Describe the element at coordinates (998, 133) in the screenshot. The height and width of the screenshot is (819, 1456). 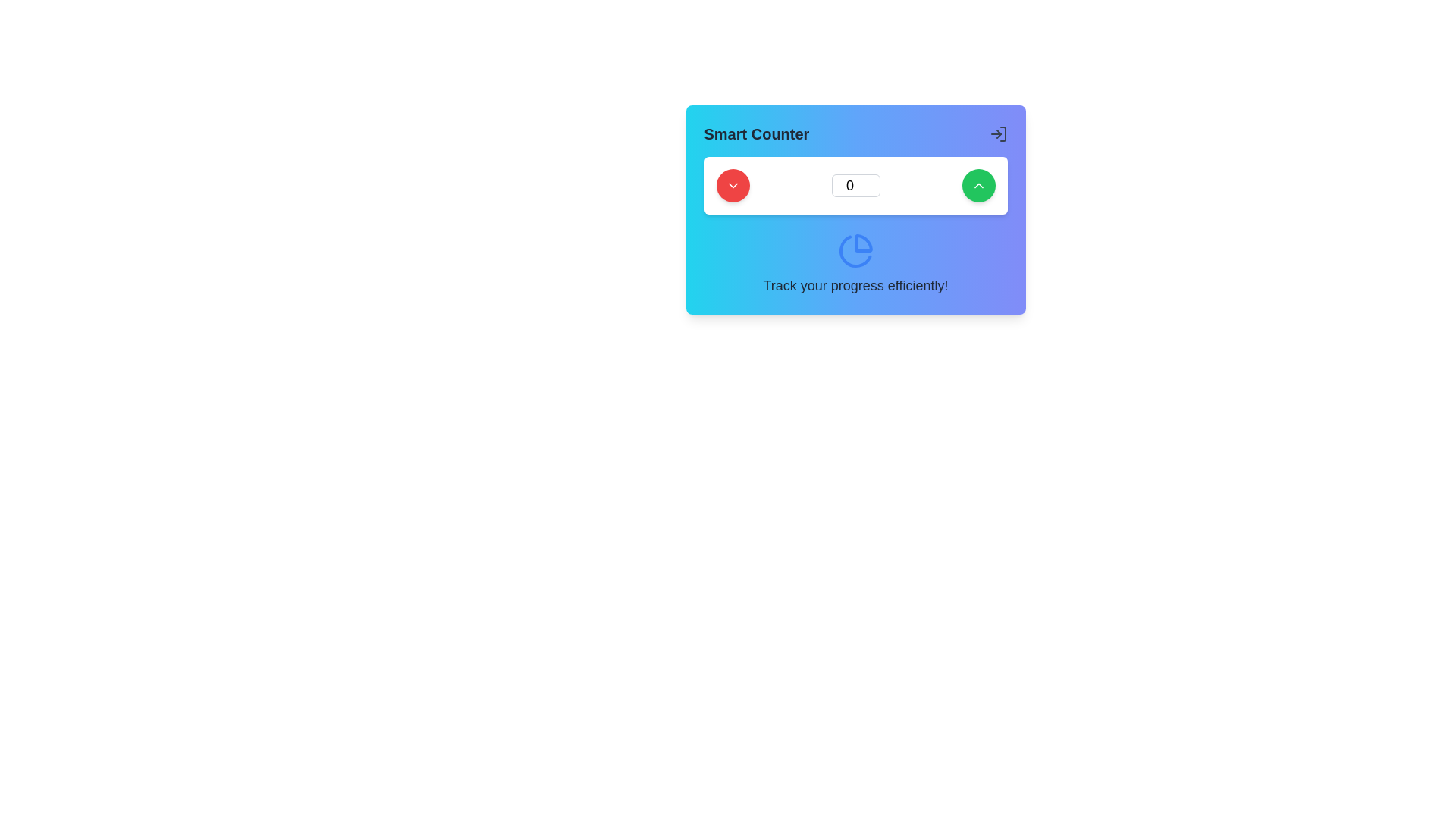
I see `the rightward-pointing arrow icon in the upper-right corner of the 'Smart Counter' widget to initiate navigation` at that location.